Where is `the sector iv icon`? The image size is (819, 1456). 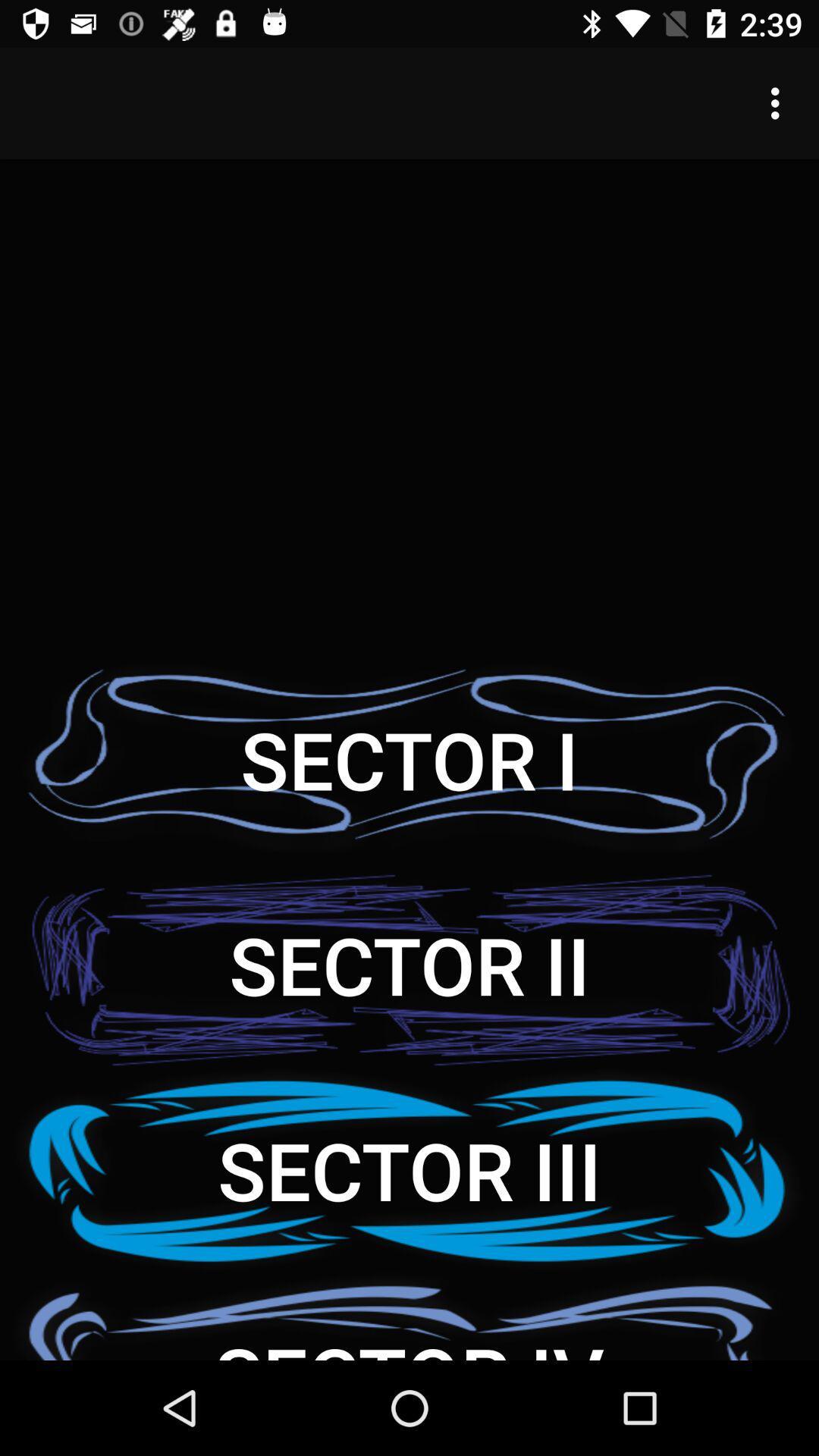 the sector iv icon is located at coordinates (409, 1316).